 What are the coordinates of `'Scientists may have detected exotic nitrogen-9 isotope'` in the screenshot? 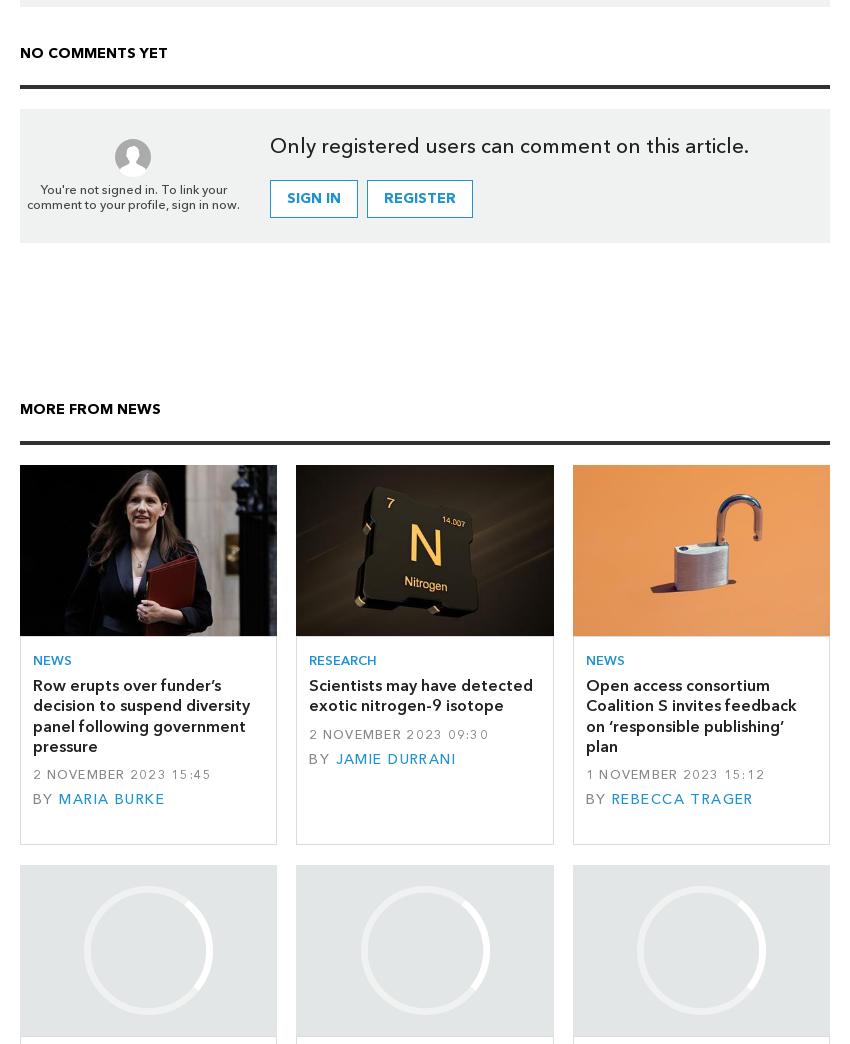 It's located at (421, 694).